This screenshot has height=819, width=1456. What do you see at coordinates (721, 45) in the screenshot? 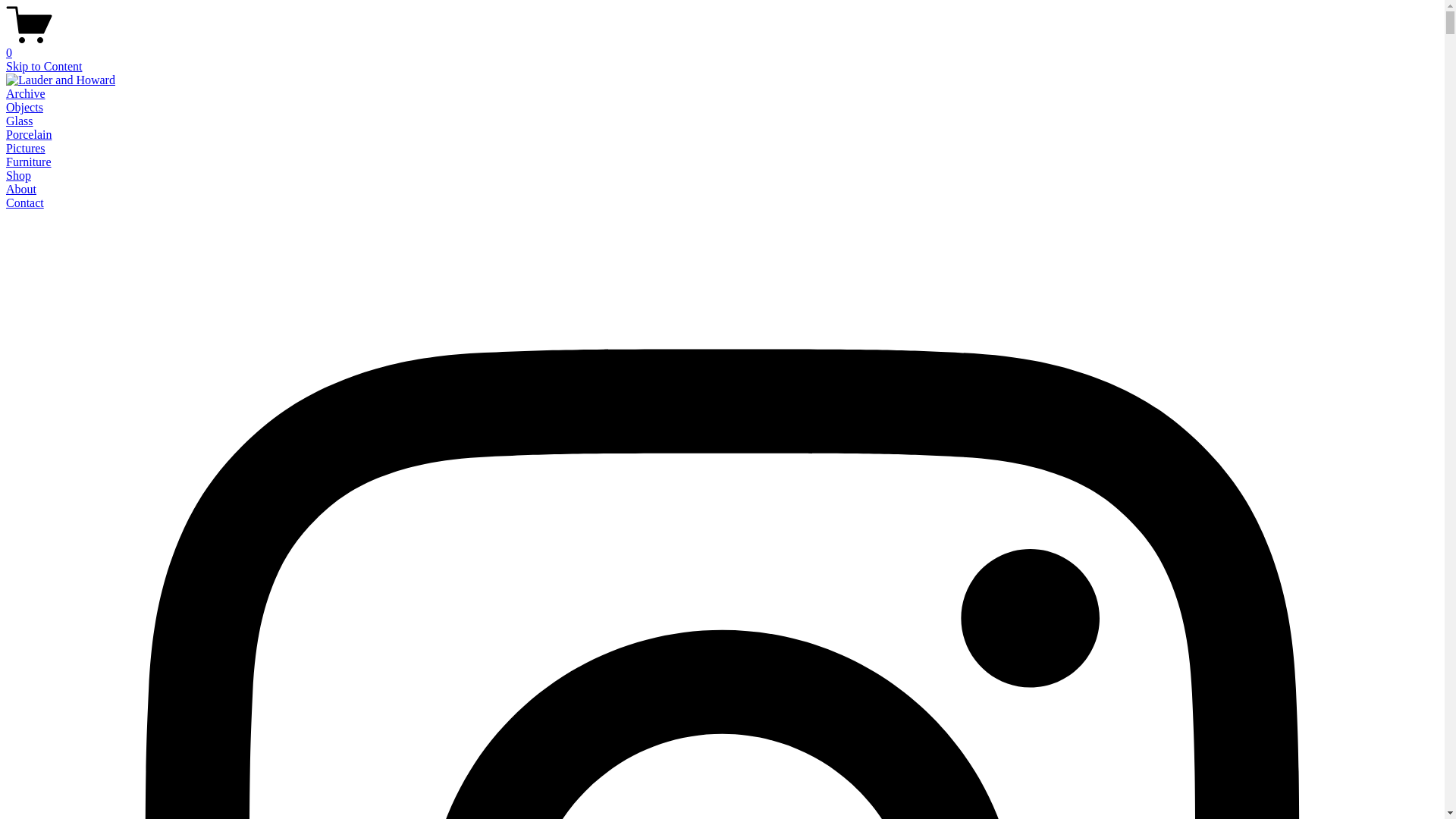
I see `'0'` at bounding box center [721, 45].